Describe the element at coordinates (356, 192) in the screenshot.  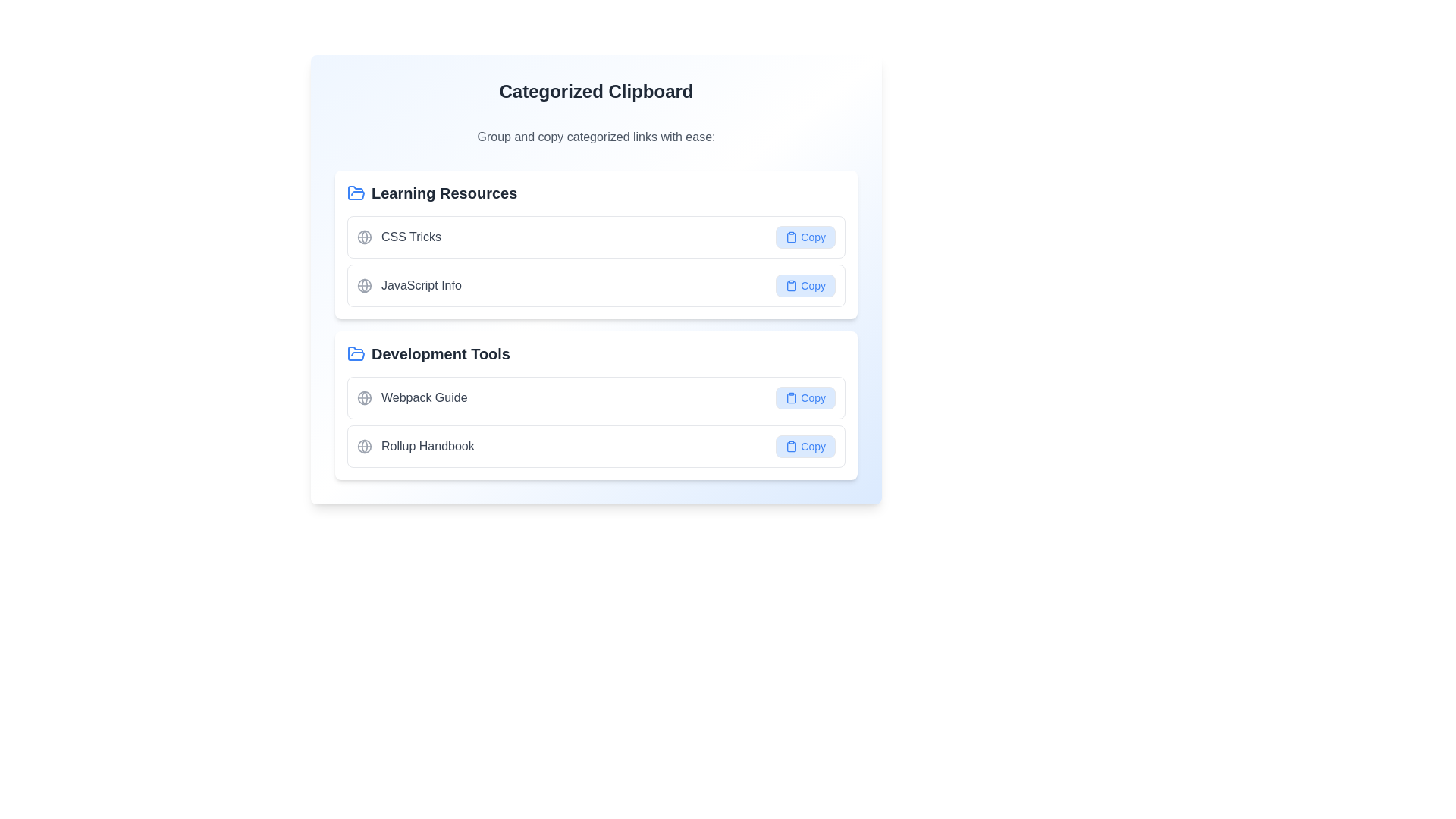
I see `the blue rounded open folder icon located near the 'Learning Resources' label at the top-left section of the page` at that location.